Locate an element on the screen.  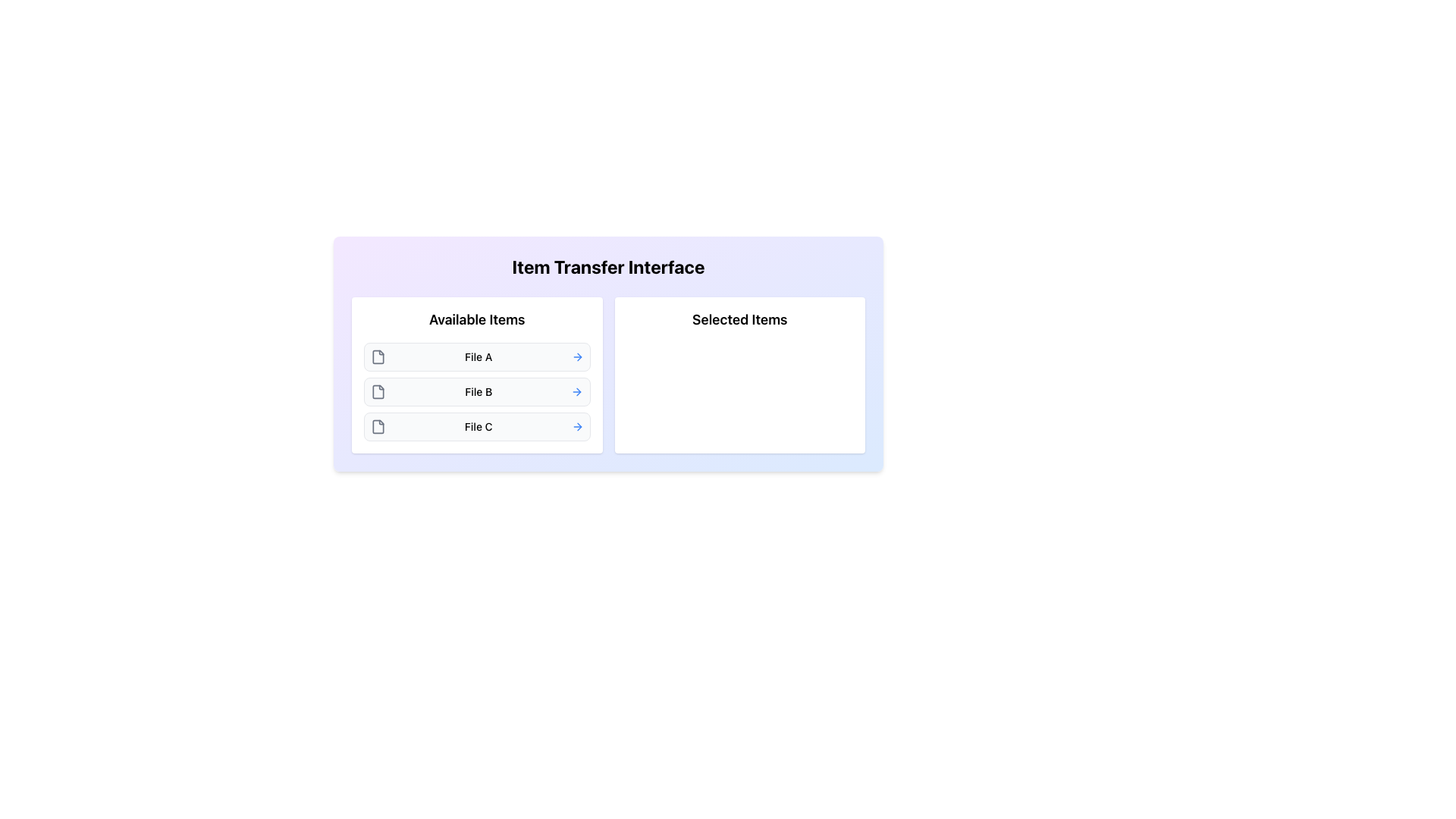
the Text Label that serves as a header for the section displaying selected items, located at the top-right of the interface is located at coordinates (739, 318).